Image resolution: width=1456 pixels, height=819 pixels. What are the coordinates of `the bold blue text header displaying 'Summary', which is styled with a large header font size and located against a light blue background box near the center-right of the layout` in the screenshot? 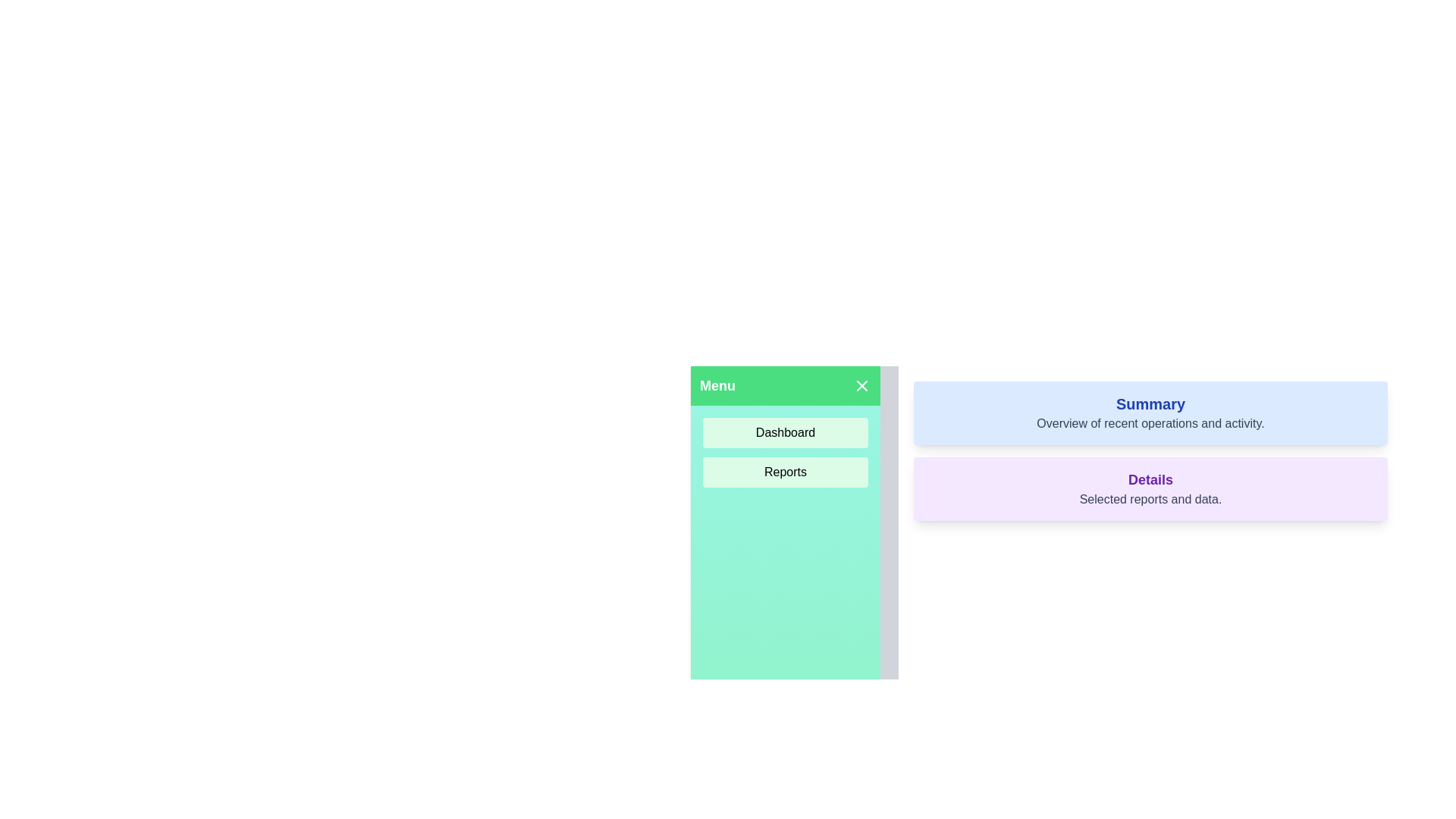 It's located at (1150, 403).